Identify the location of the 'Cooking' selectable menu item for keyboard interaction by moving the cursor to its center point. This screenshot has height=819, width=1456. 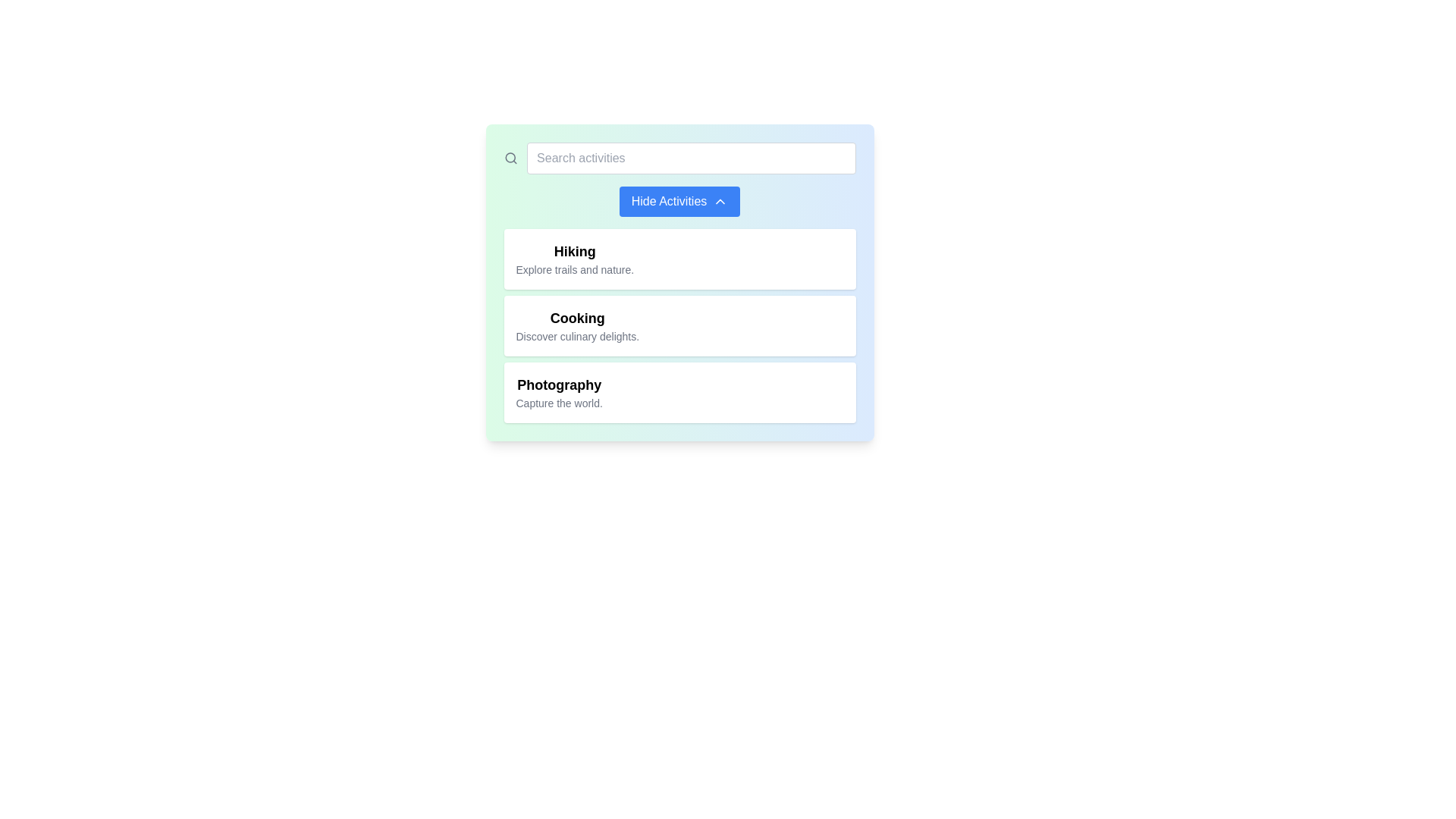
(576, 325).